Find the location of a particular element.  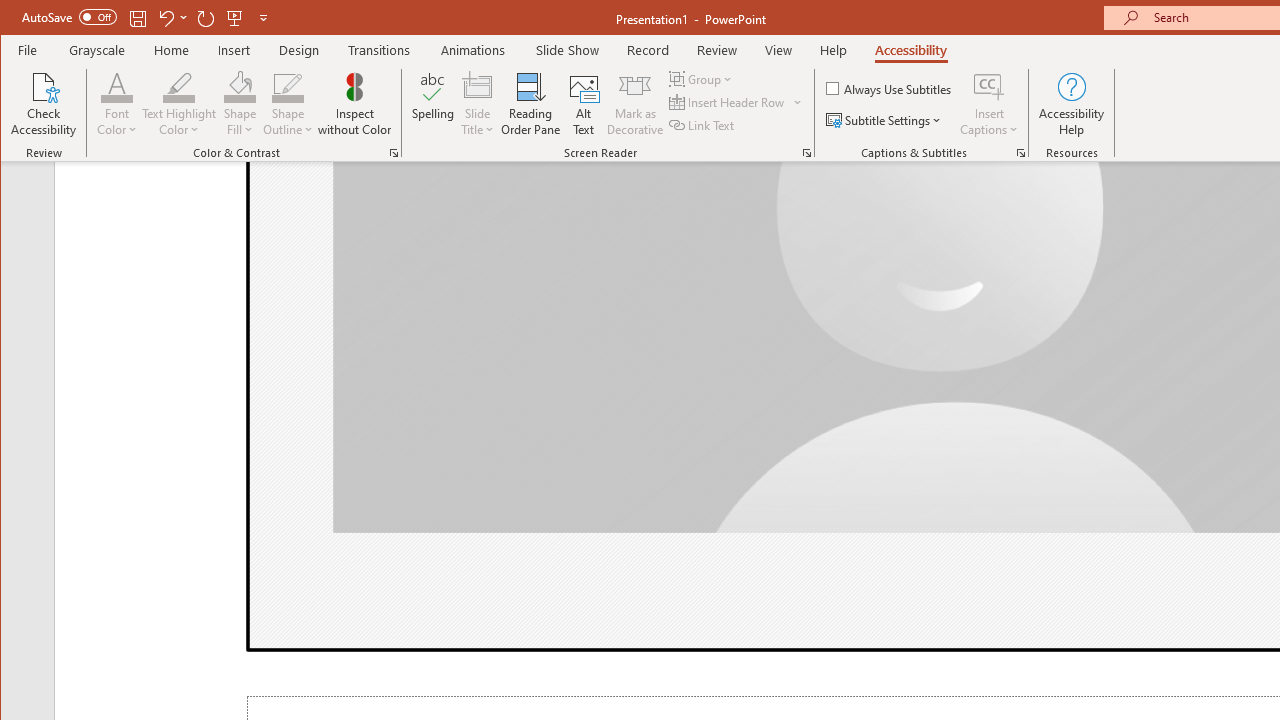

'Mark as Decorative' is located at coordinates (634, 104).